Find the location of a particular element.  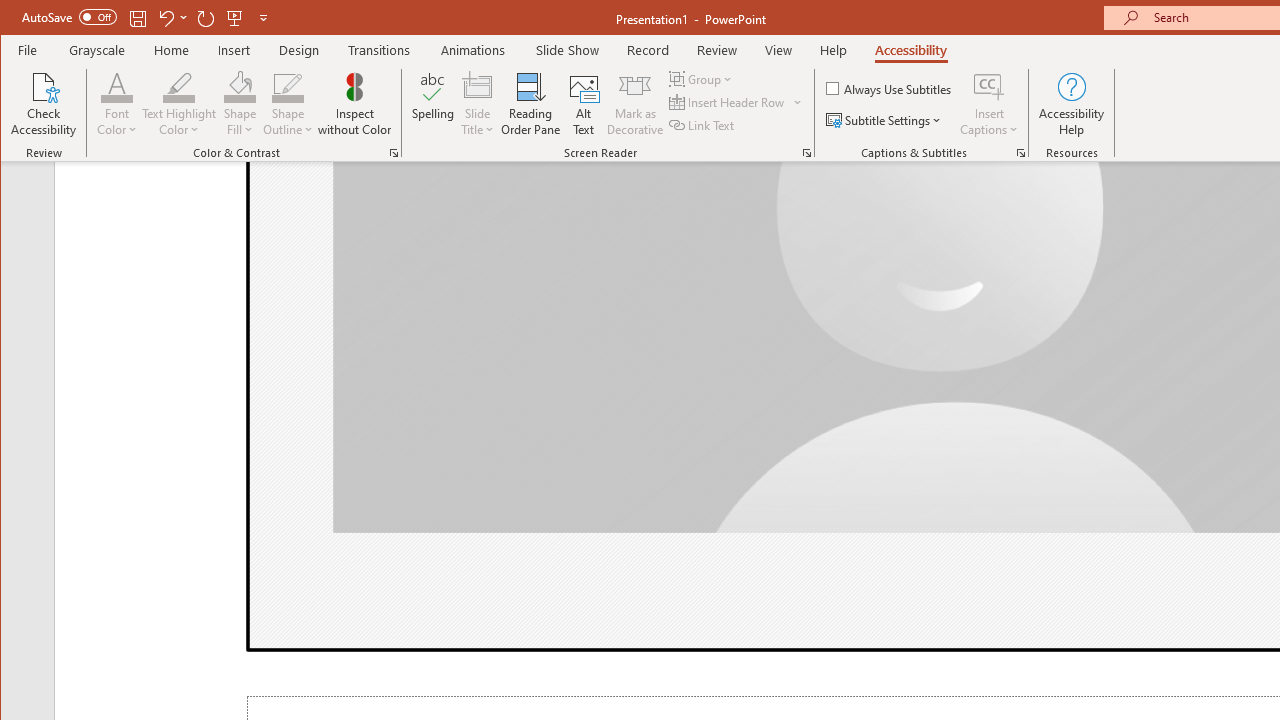

'Mark as Decorative' is located at coordinates (634, 104).